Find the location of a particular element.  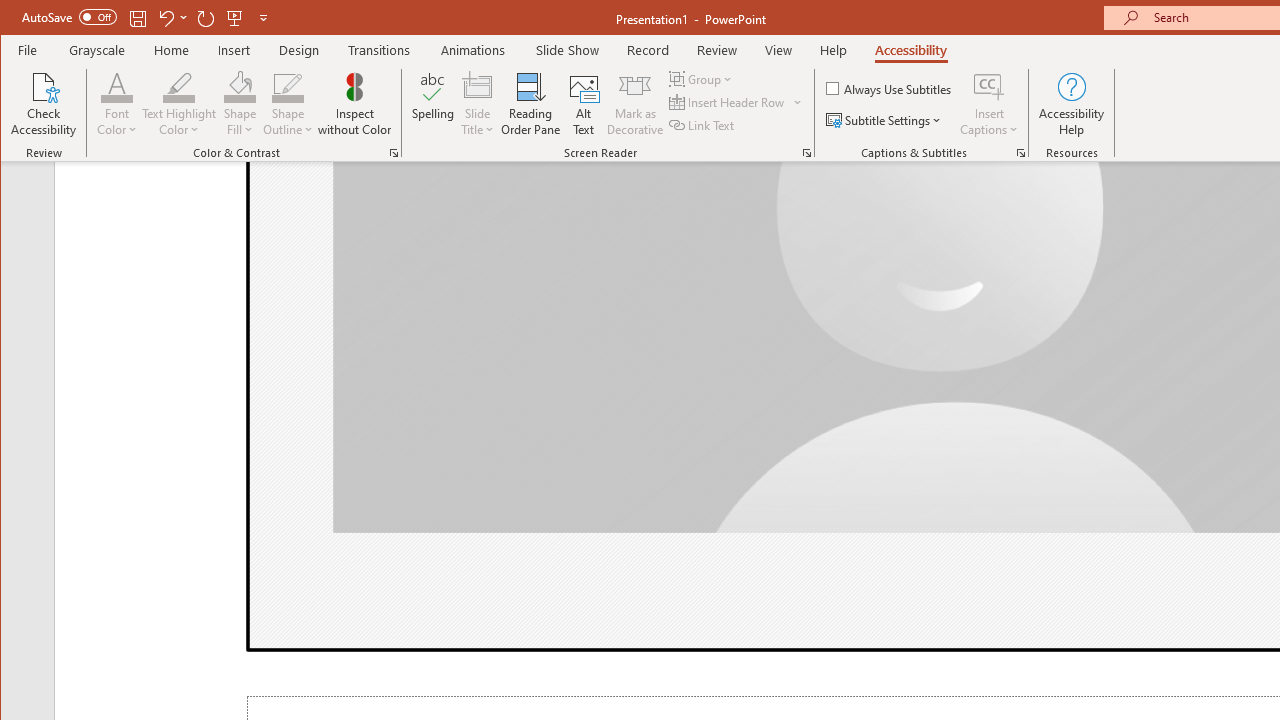

'Mark as Decorative' is located at coordinates (634, 104).